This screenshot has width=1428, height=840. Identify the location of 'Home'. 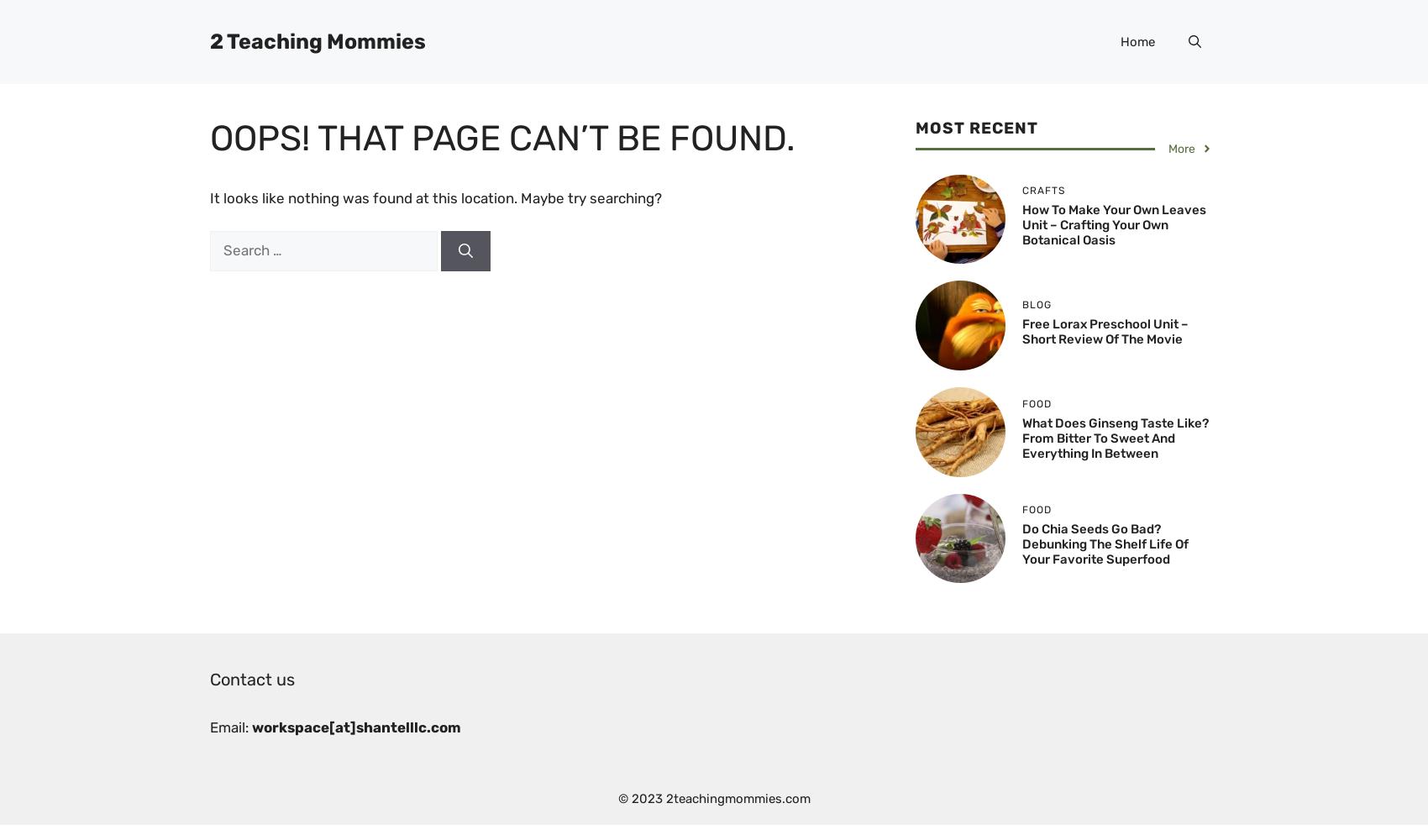
(1137, 42).